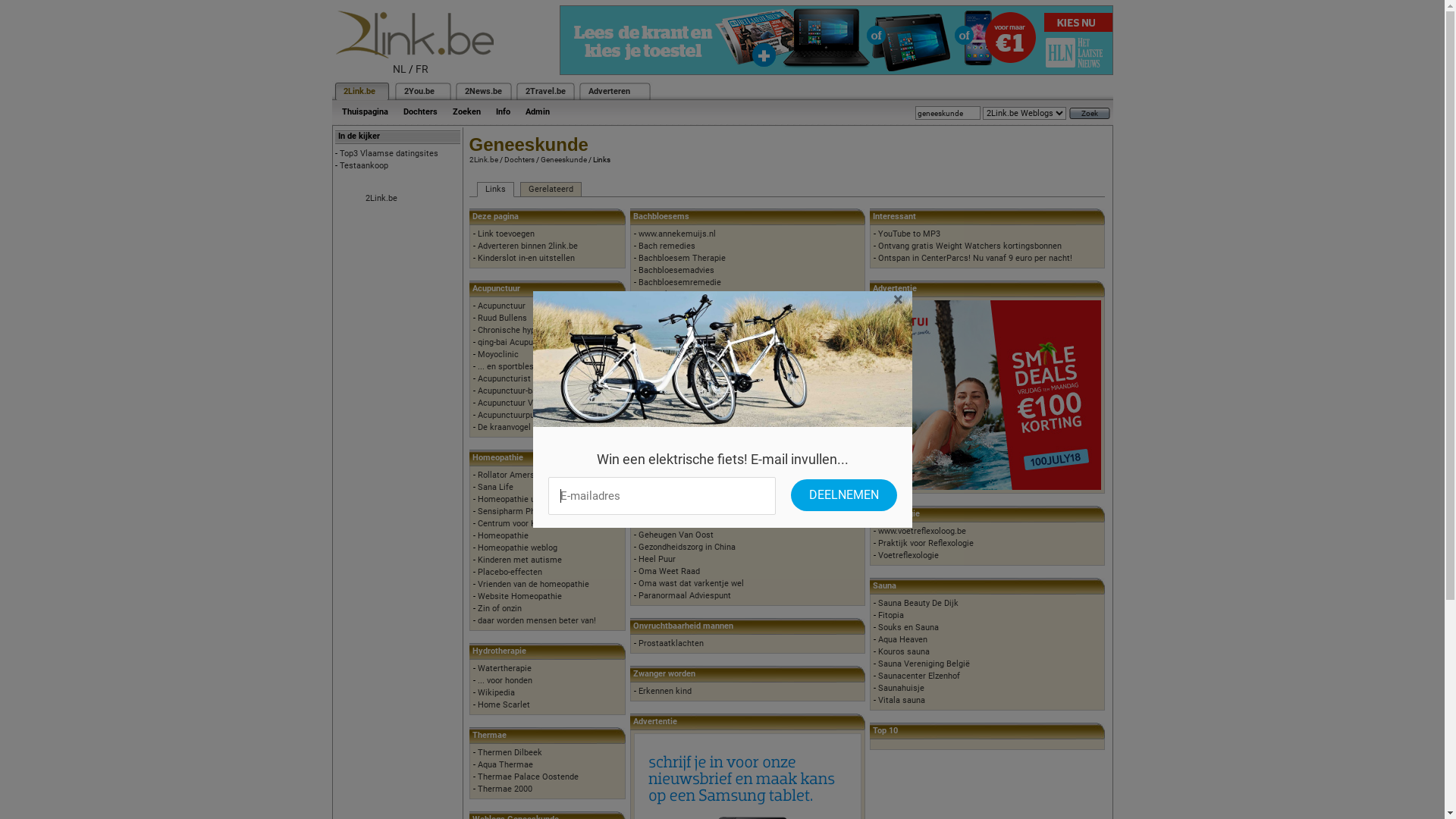 The image size is (1456, 819). What do you see at coordinates (924, 542) in the screenshot?
I see `'Praktijk voor Reflexologie'` at bounding box center [924, 542].